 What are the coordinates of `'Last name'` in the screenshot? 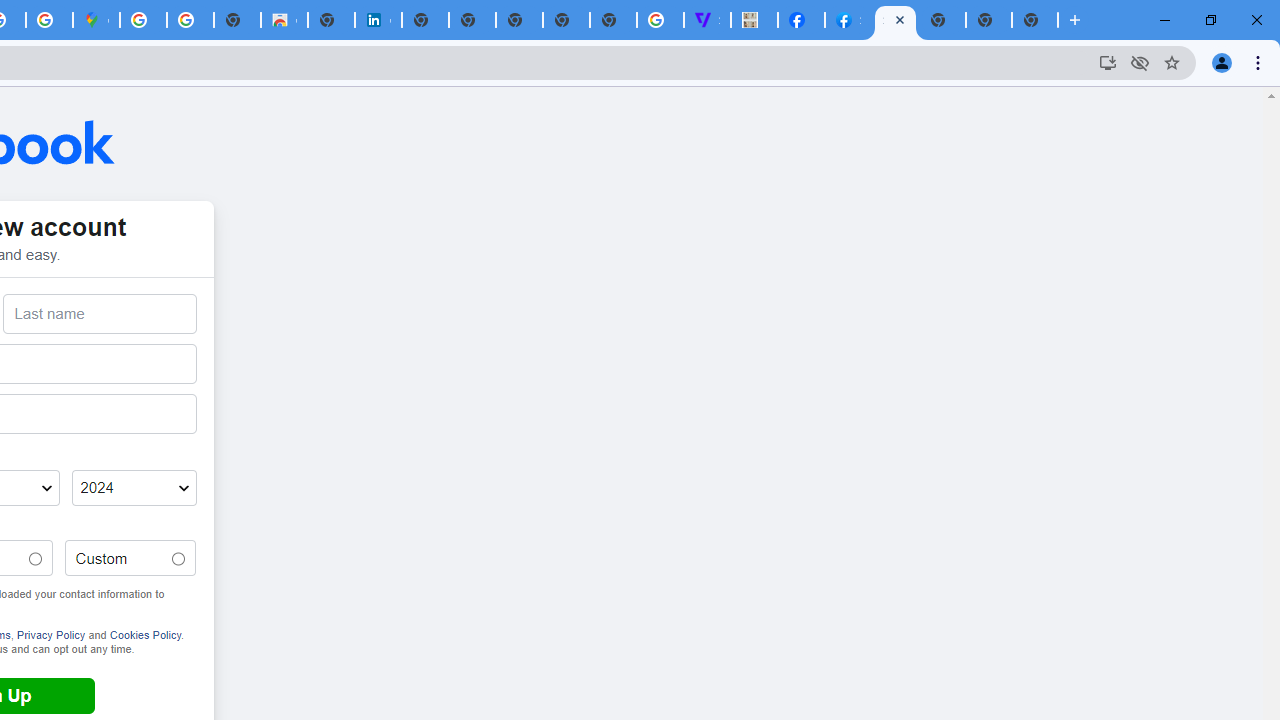 It's located at (98, 314).